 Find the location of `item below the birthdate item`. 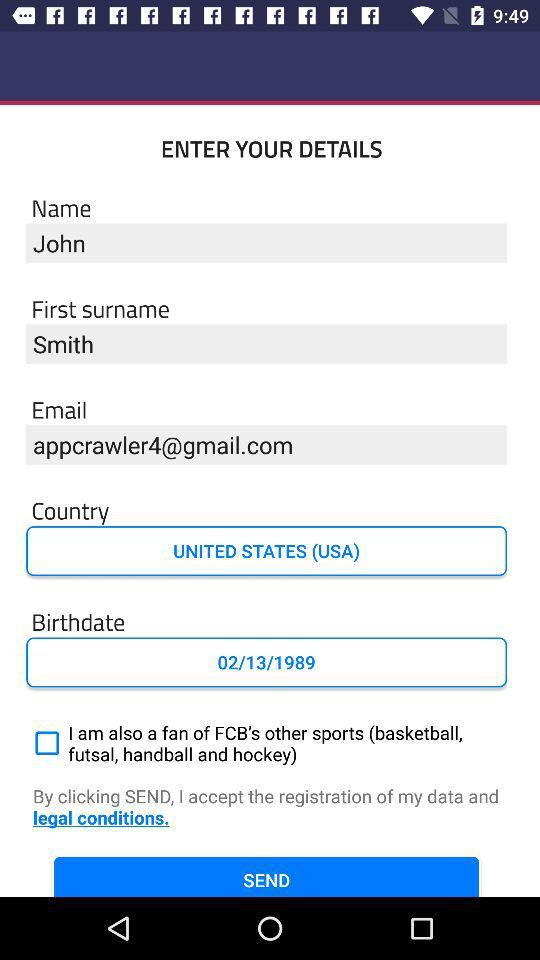

item below the birthdate item is located at coordinates (266, 662).